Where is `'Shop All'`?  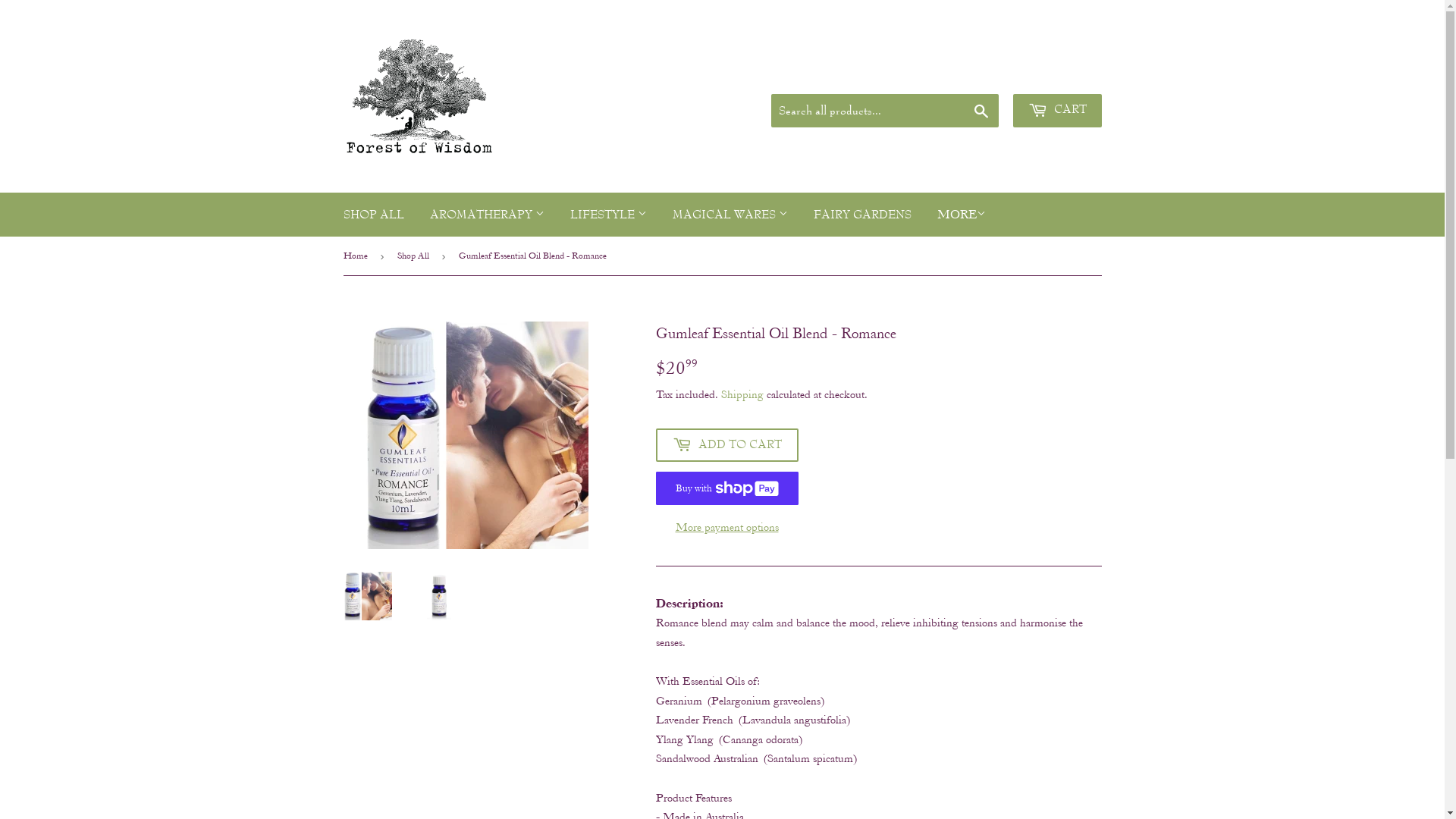 'Shop All' is located at coordinates (397, 255).